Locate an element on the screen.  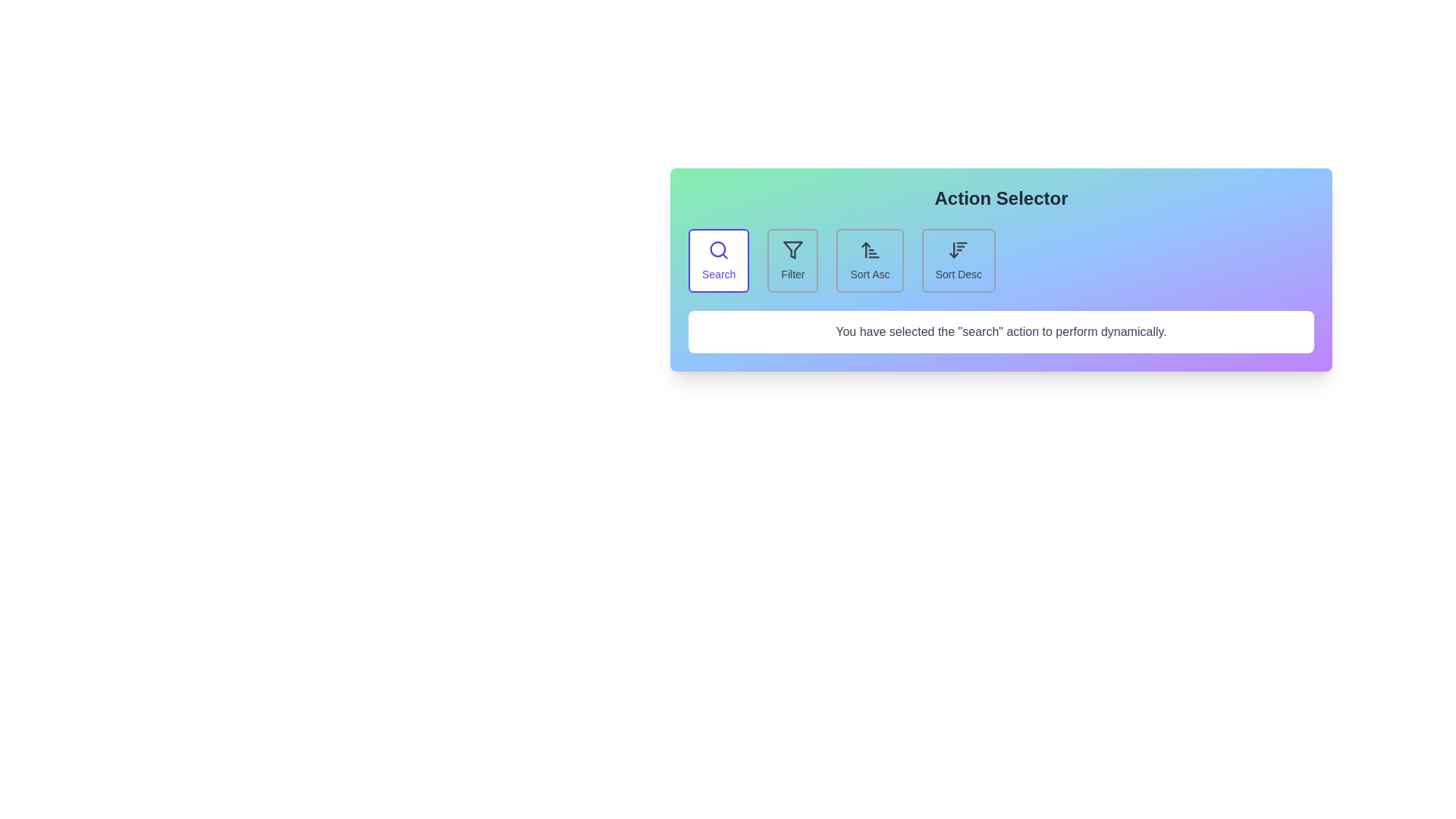
the decorative circular element within the magnifying glass icon located on the first button labeled 'Search' is located at coordinates (717, 248).